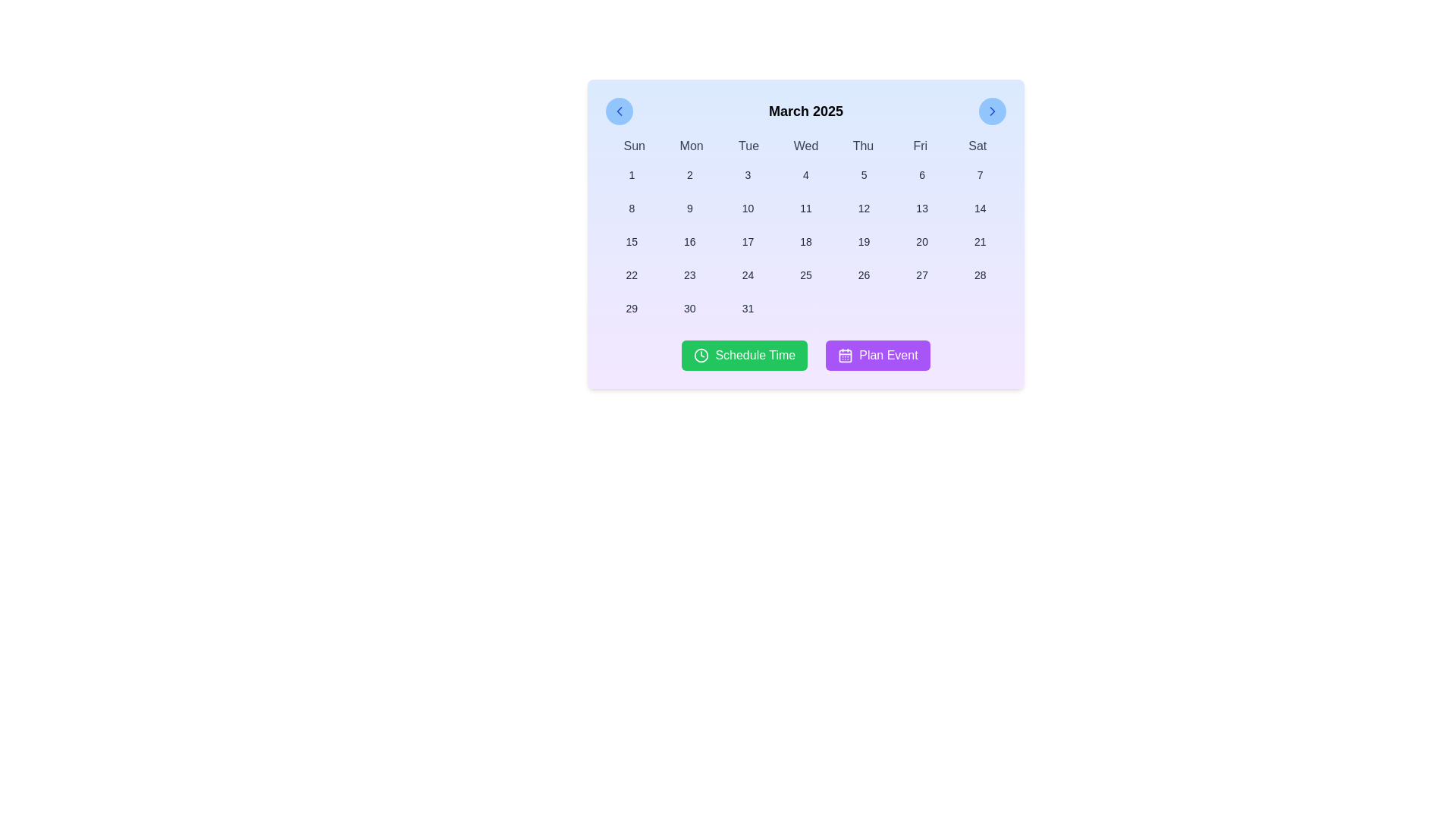  What do you see at coordinates (993, 110) in the screenshot?
I see `the right-pointing chevron icon styled within a circular button located in the top-right corner of the calendar component` at bounding box center [993, 110].